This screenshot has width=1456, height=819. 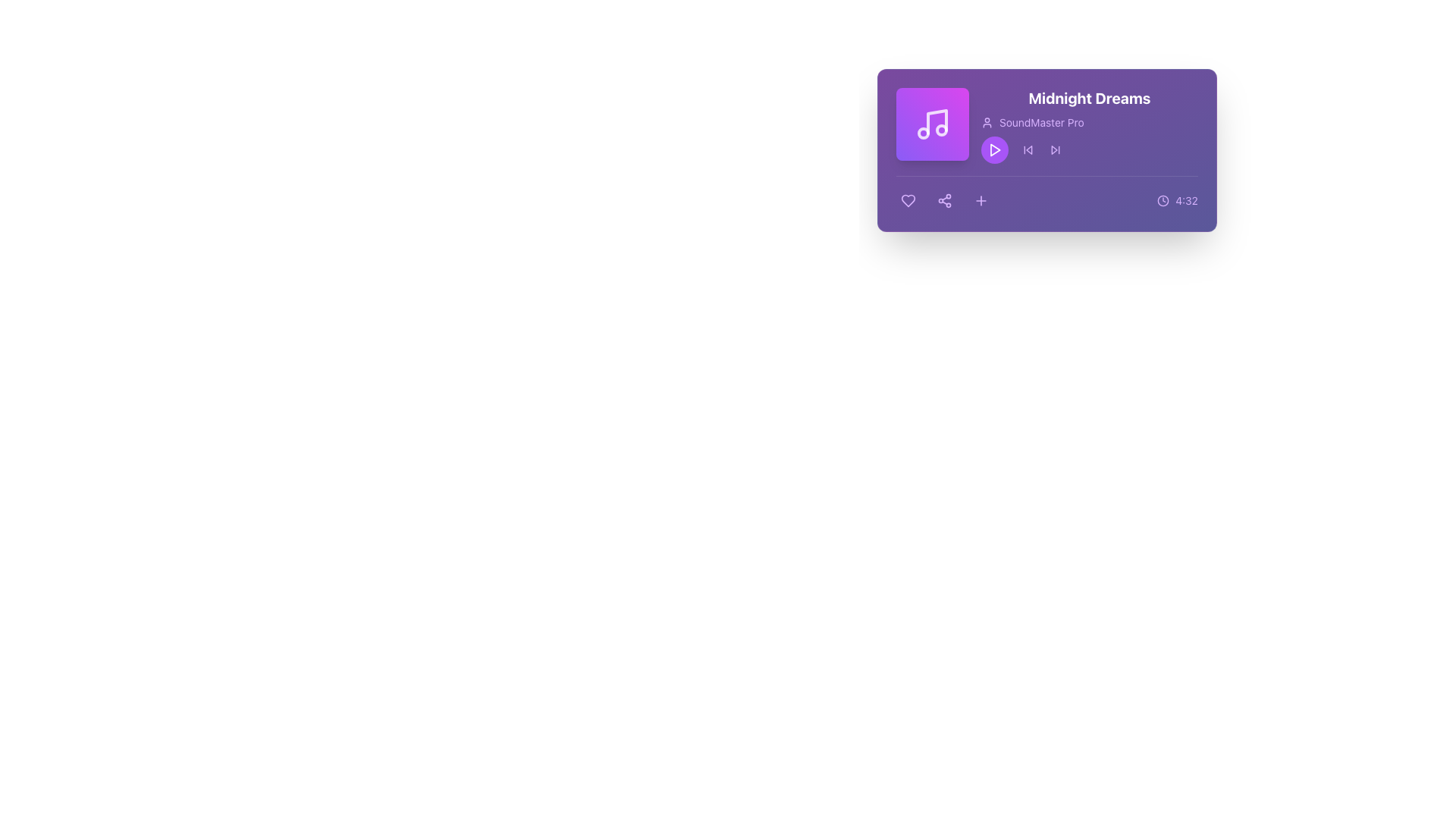 I want to click on the 'Play' button located between the track details and auxiliary action icons to initiate media playback, so click(x=994, y=149).